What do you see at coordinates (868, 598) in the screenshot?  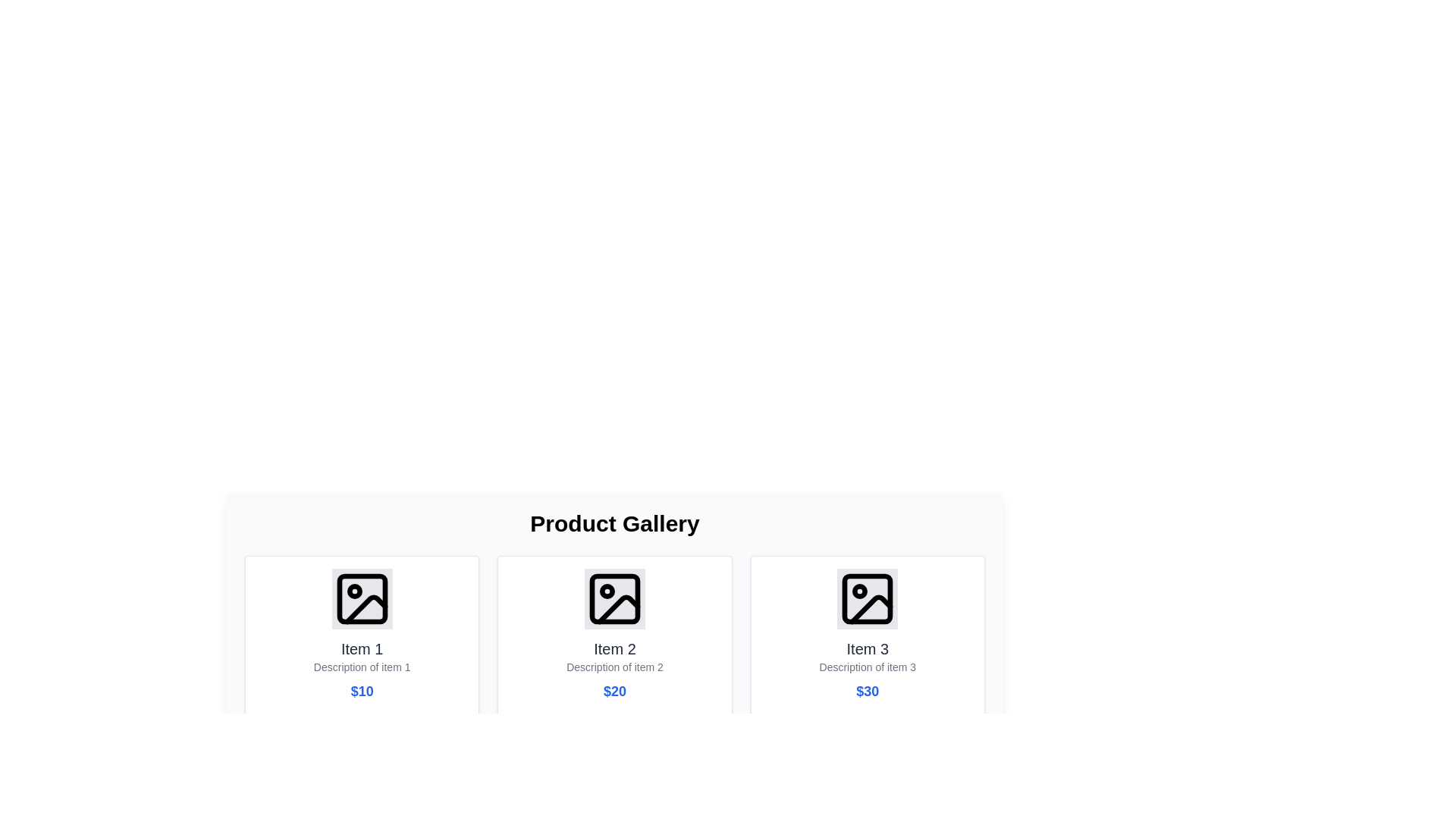 I see `the basic SVG rectangle element styled as a filled gray box without borders, located within the 'Item 3' image area` at bounding box center [868, 598].